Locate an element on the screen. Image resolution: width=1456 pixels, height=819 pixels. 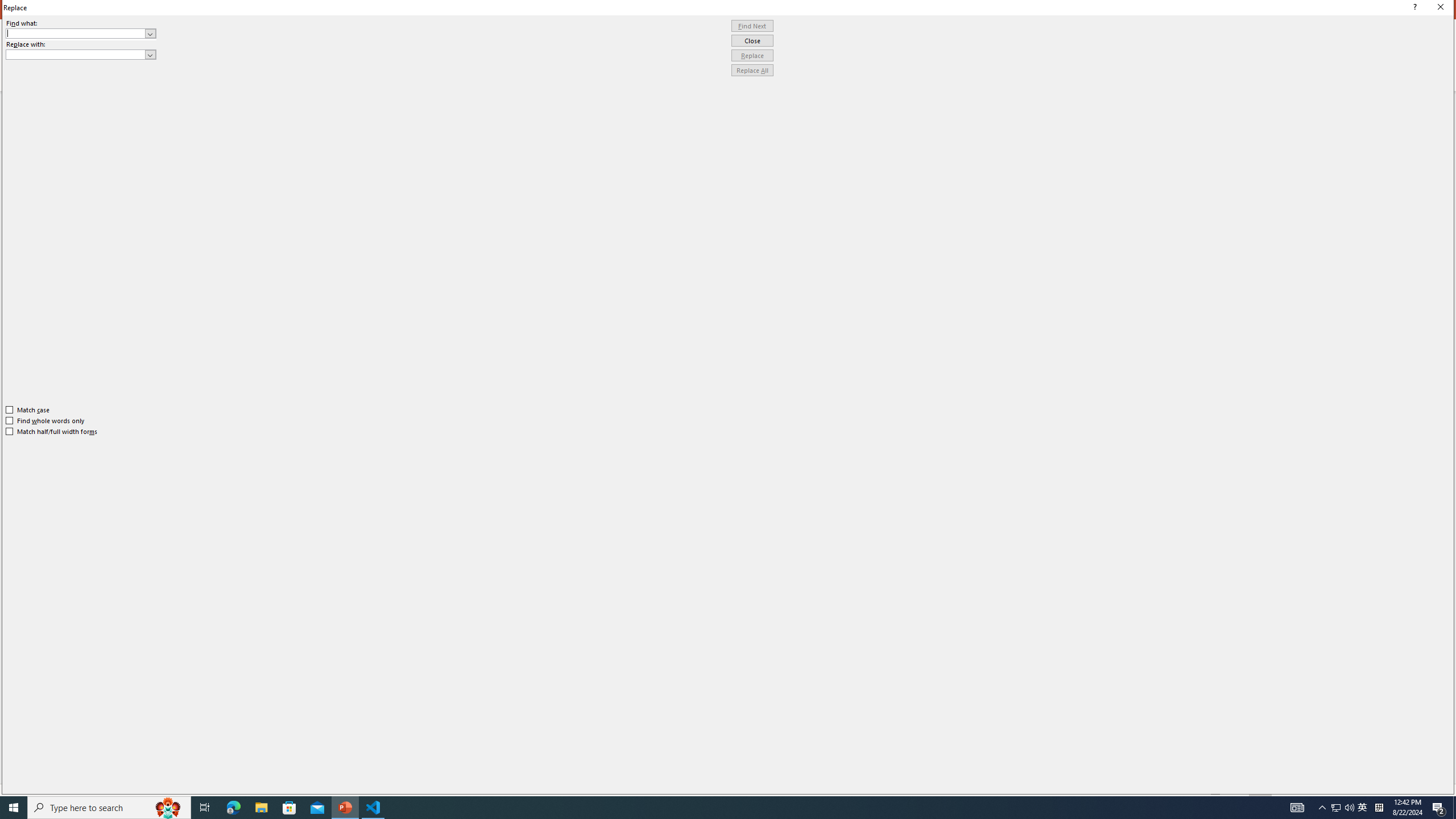
'Find what' is located at coordinates (76, 33).